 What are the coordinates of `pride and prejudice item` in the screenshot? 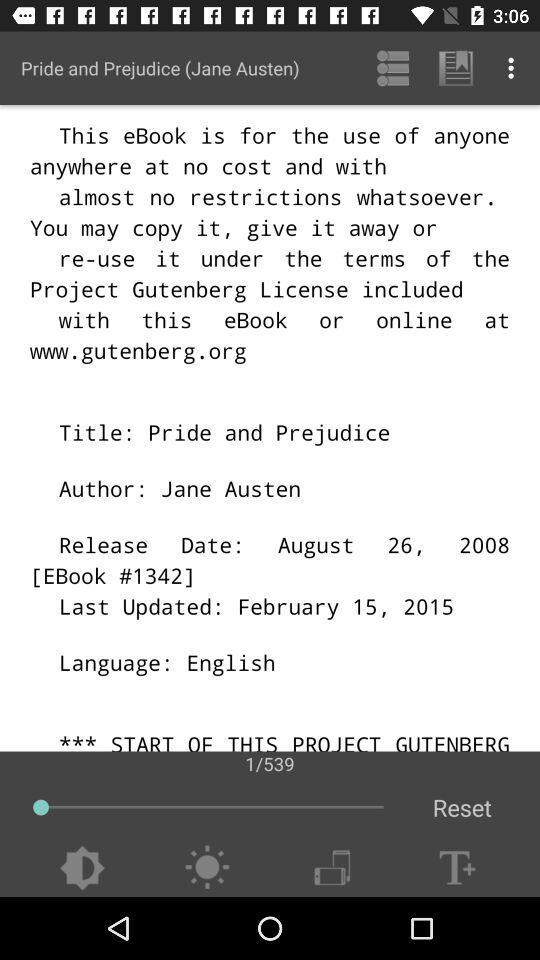 It's located at (159, 68).